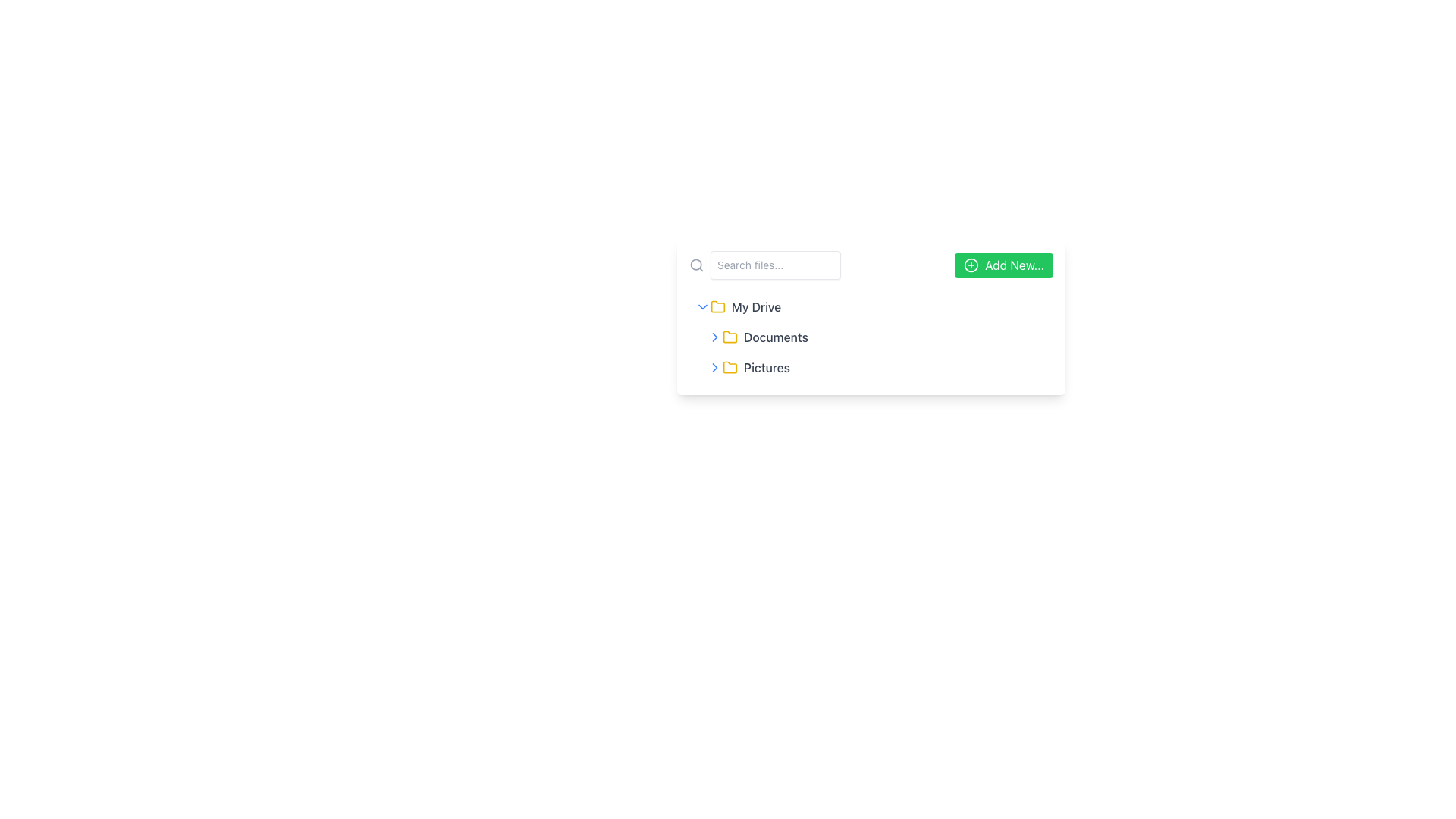  What do you see at coordinates (714, 368) in the screenshot?
I see `the blue right-pointing chevron icon in the Pictures folder row to observe potential effects` at bounding box center [714, 368].